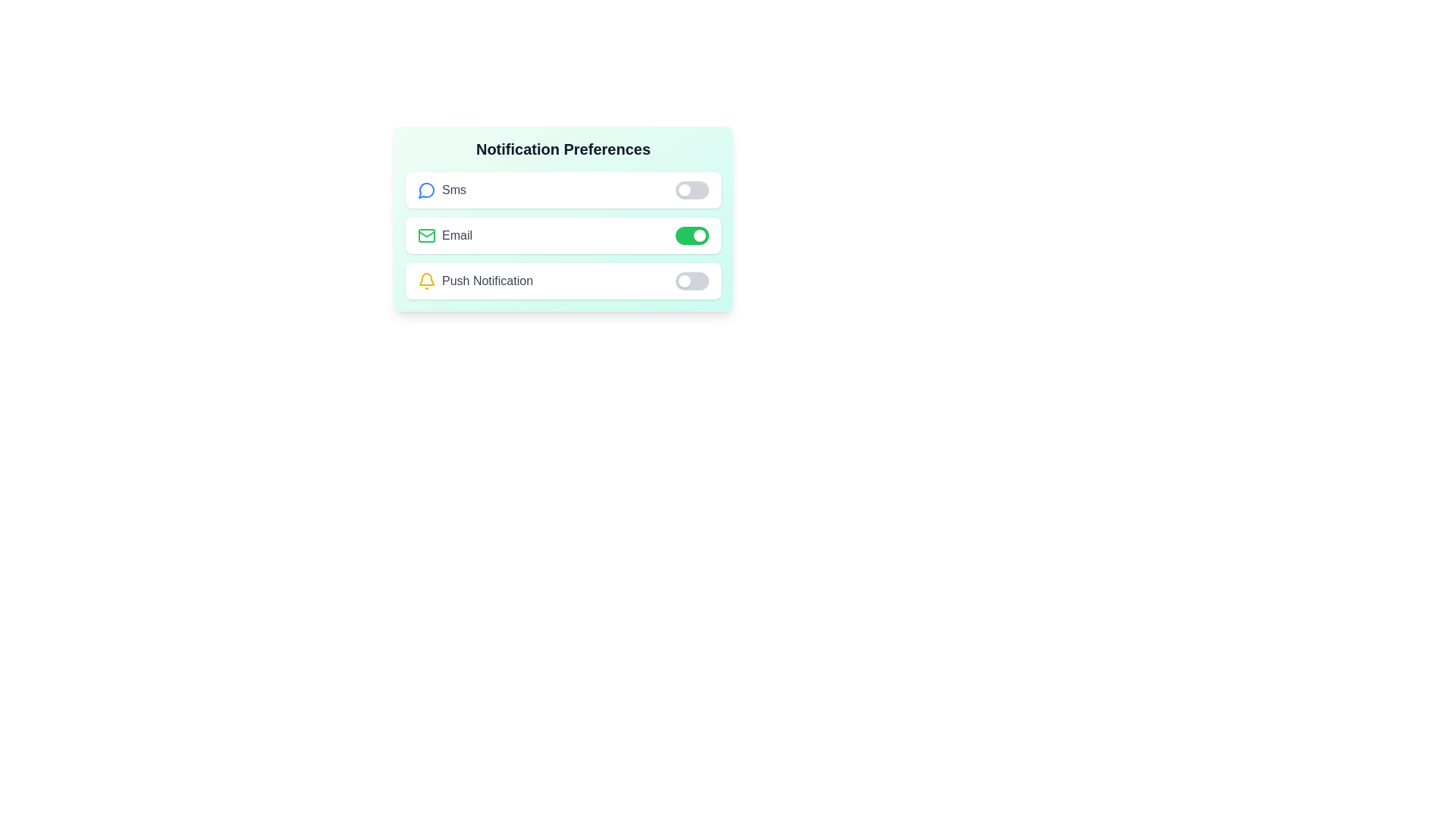 Image resolution: width=1456 pixels, height=819 pixels. Describe the element at coordinates (691, 236) in the screenshot. I see `the toggle switch for email notifications located in the 'Notification Preferences' section, positioned to the right of the label and icon` at that location.